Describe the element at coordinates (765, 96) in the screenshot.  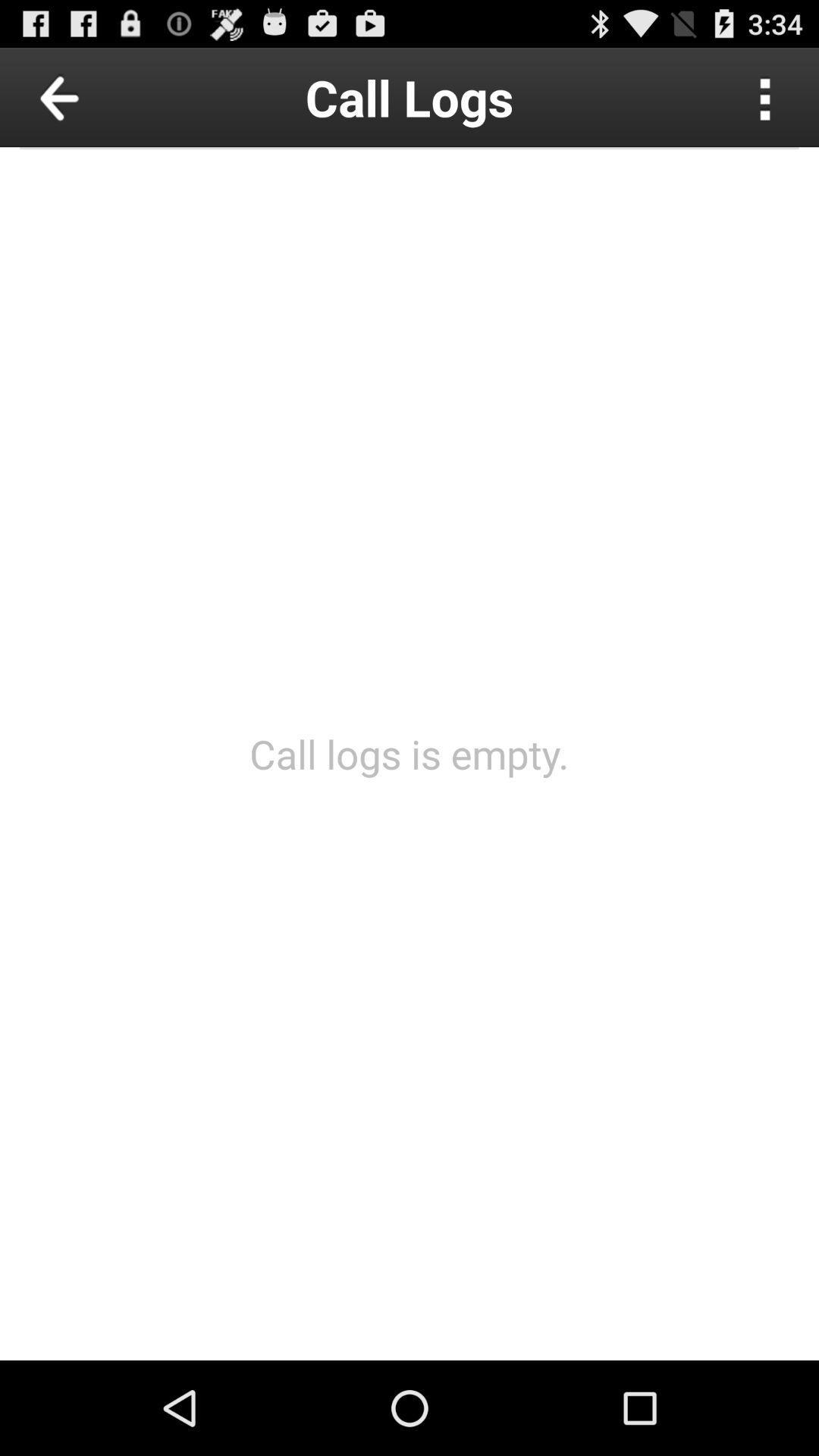
I see `choose more options` at that location.